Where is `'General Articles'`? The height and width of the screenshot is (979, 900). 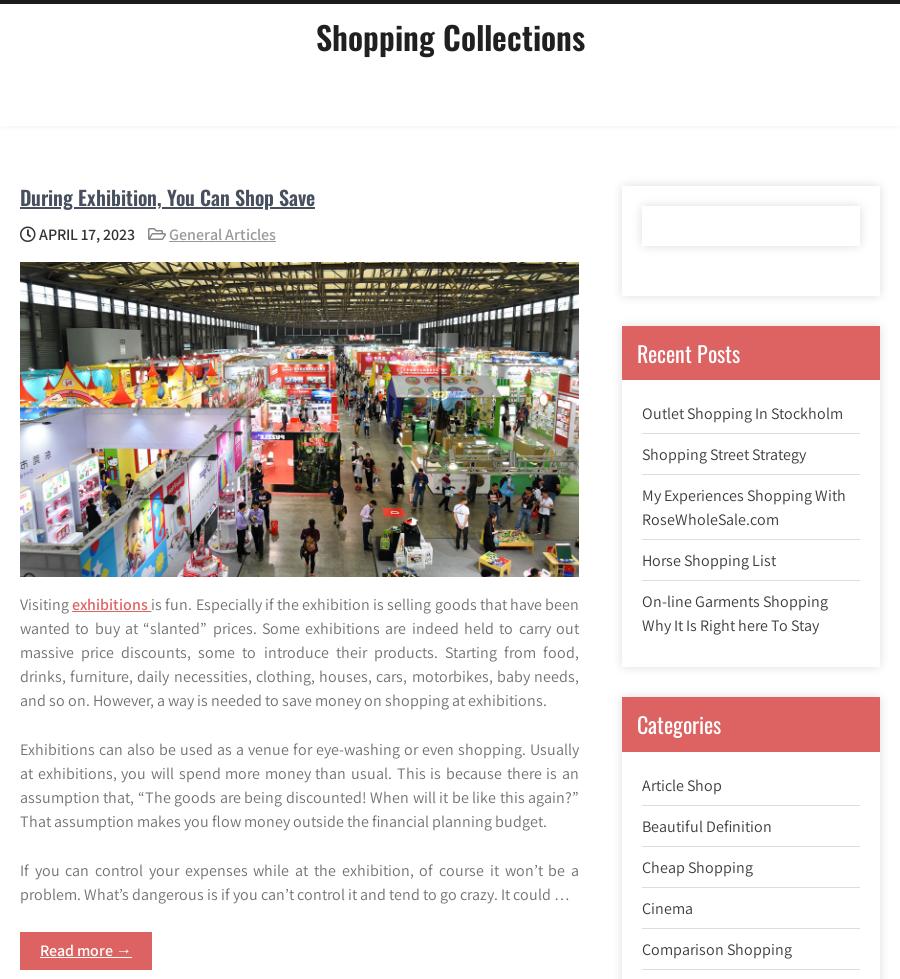
'General Articles' is located at coordinates (222, 234).